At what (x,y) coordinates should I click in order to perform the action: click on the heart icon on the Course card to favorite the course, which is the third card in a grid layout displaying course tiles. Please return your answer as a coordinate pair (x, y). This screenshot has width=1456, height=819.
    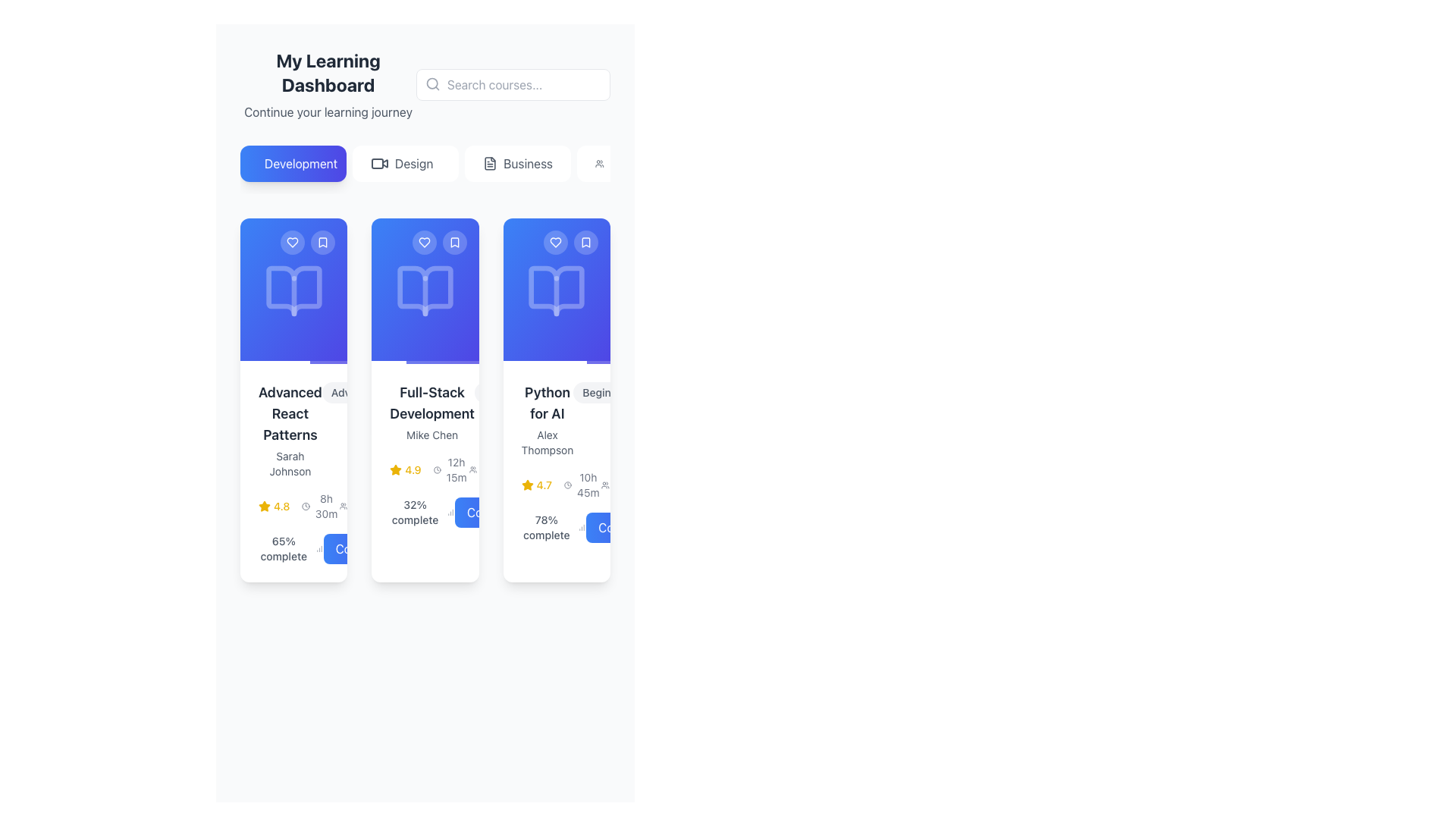
    Looking at the image, I should click on (556, 400).